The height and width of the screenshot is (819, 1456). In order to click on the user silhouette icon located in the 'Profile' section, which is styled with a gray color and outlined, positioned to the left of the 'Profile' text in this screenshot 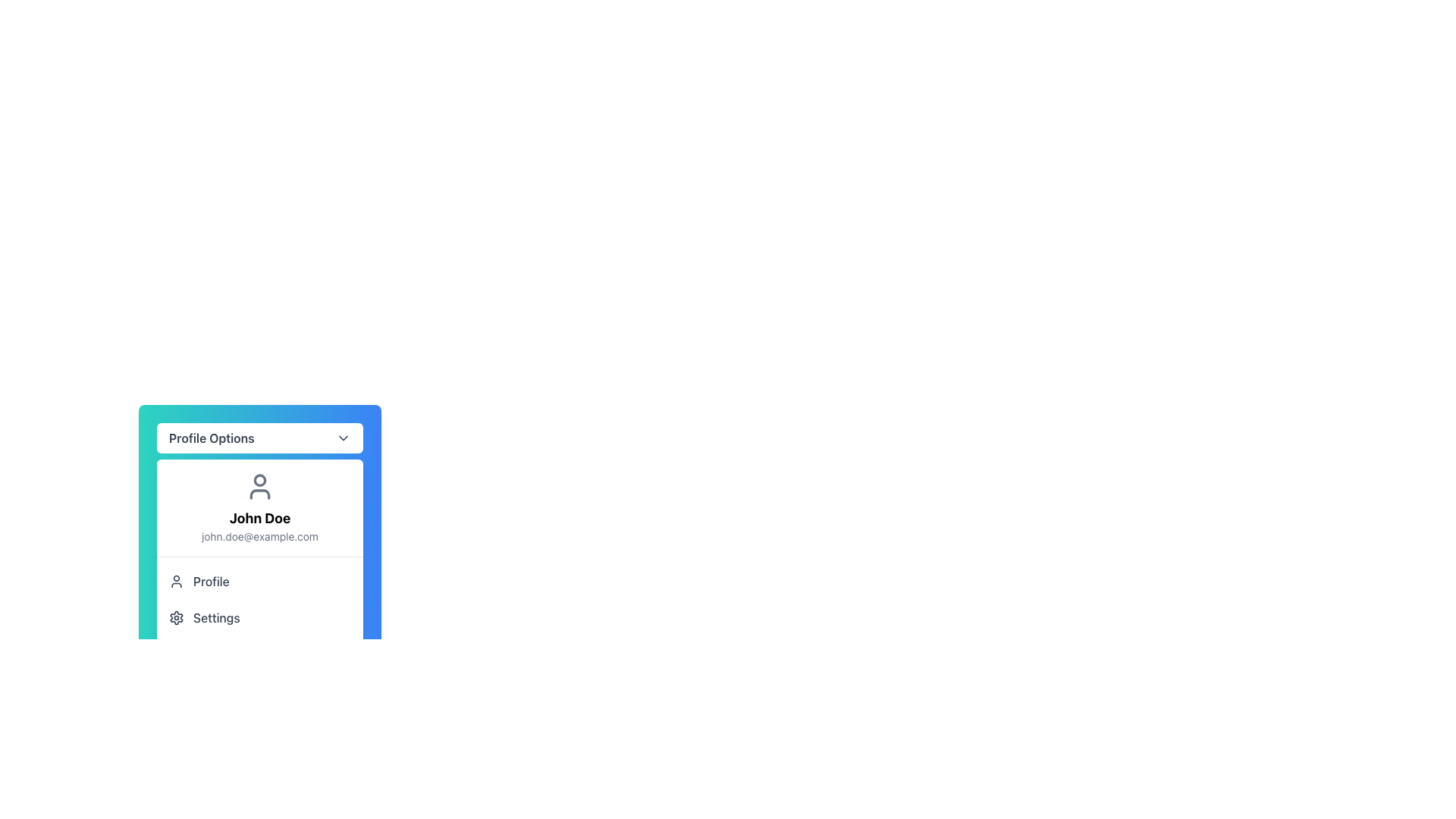, I will do `click(177, 581)`.